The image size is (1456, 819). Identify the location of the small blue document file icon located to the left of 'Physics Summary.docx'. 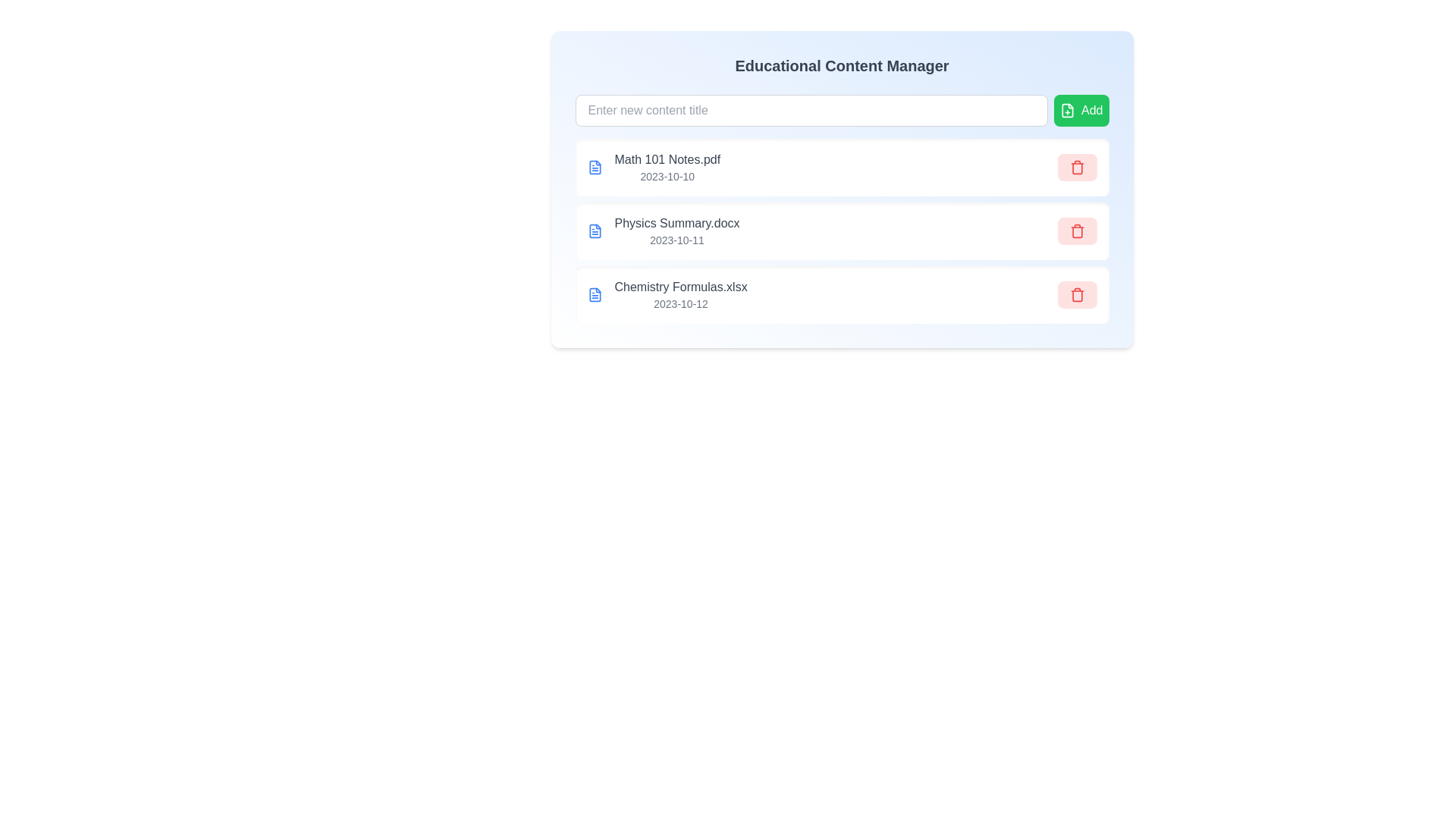
(594, 231).